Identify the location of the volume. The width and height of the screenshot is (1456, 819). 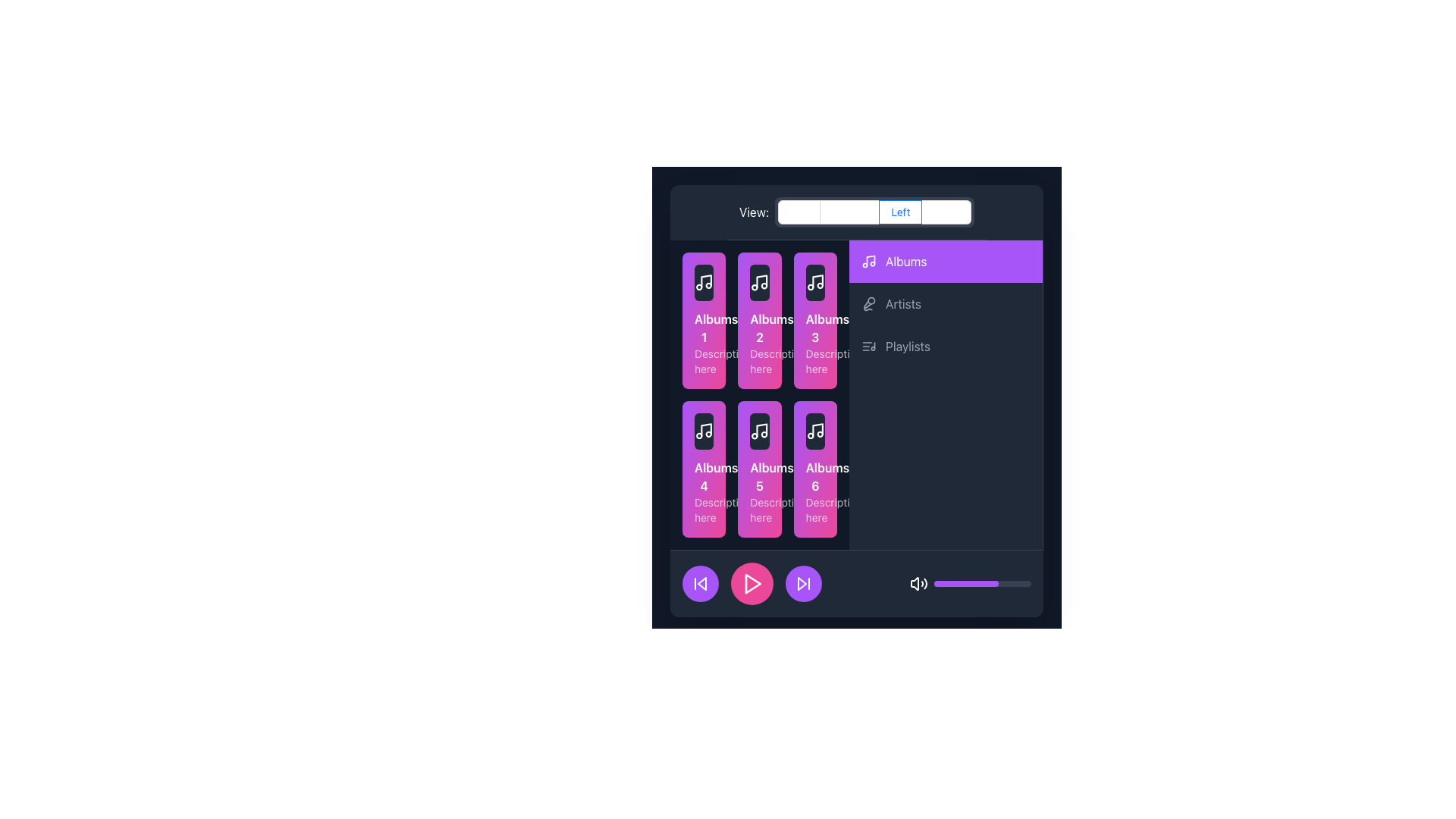
(996, 583).